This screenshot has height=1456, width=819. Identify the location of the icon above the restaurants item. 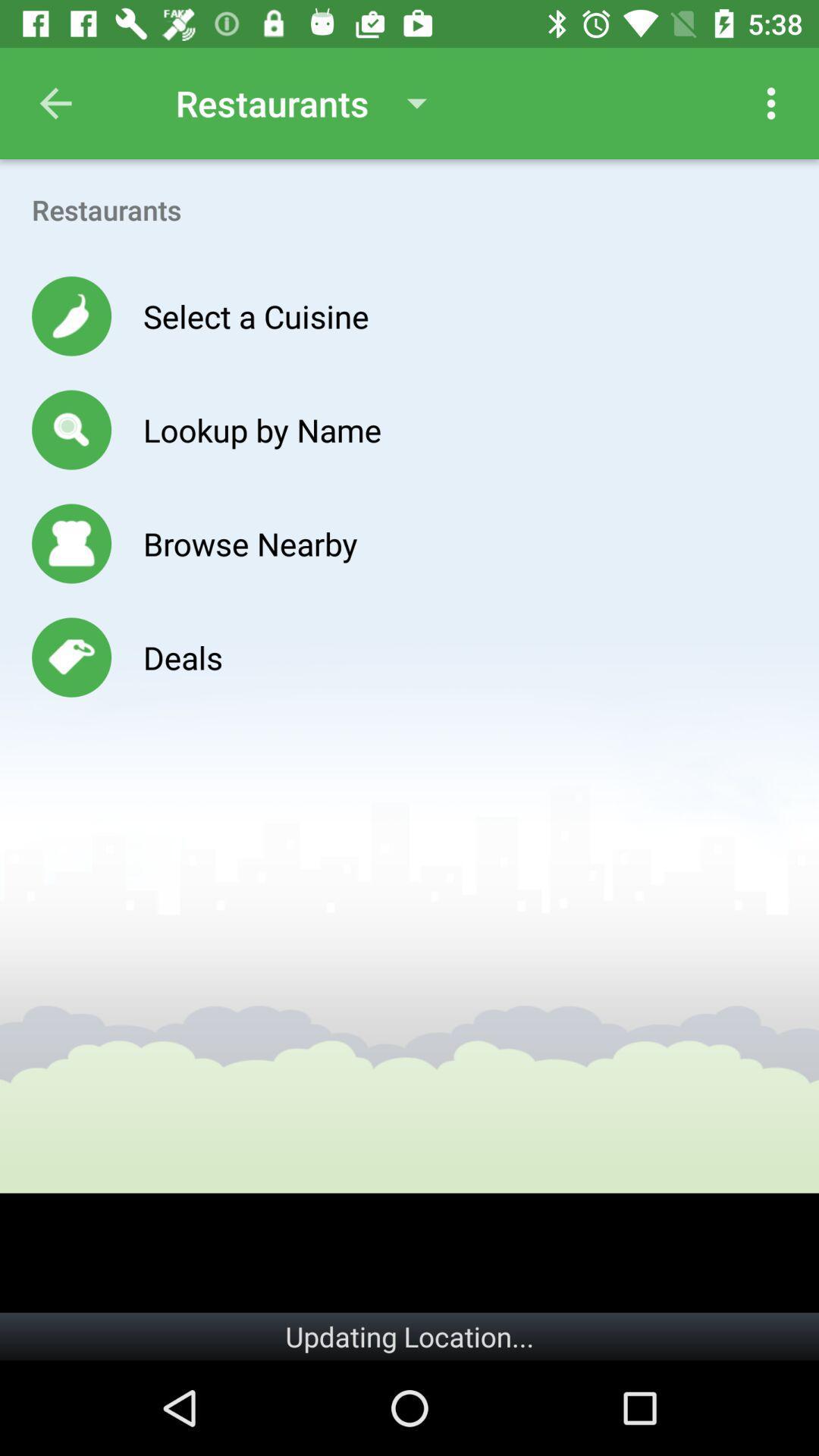
(771, 102).